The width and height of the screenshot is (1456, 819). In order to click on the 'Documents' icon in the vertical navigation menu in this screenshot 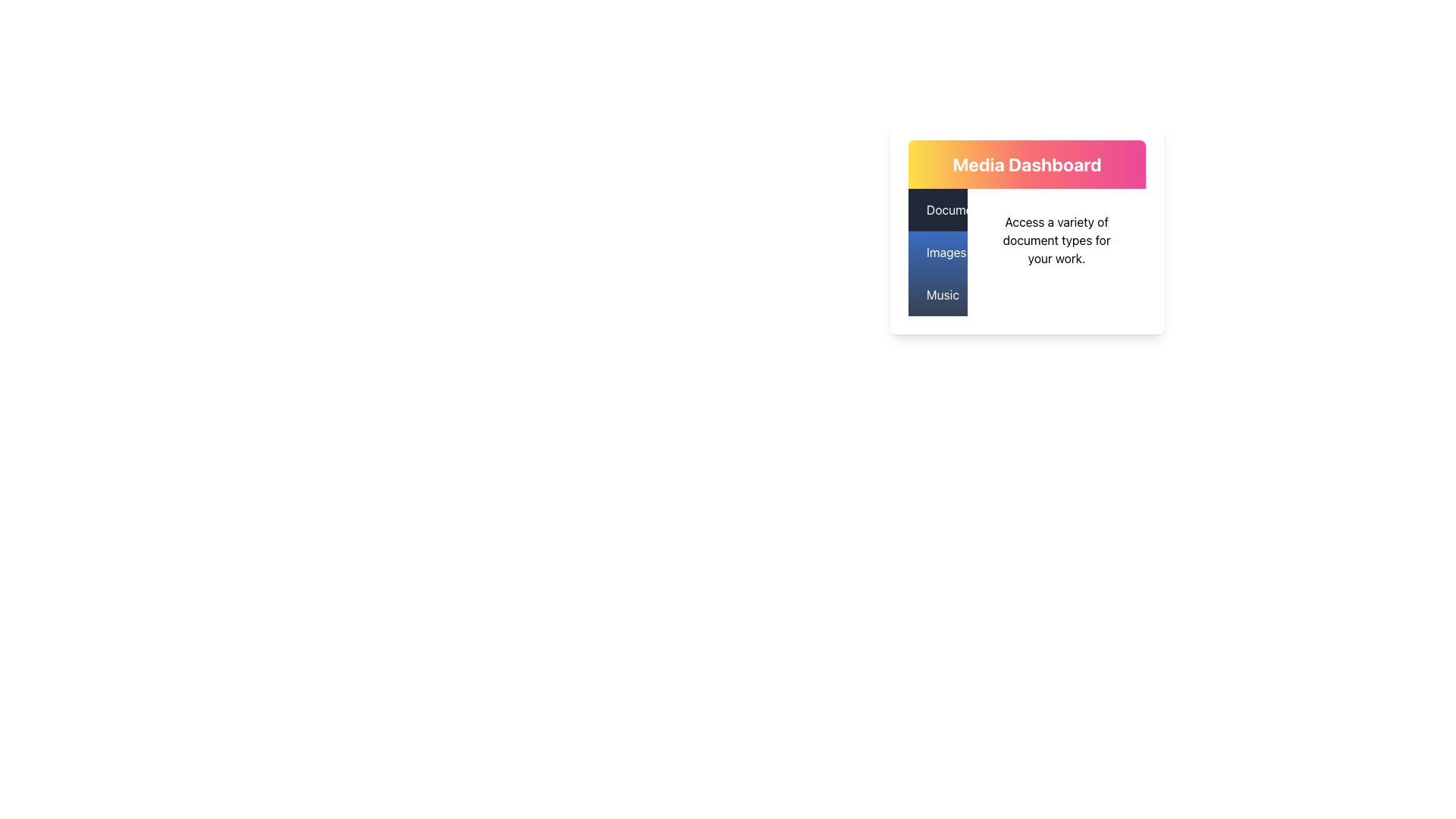, I will do `click(928, 210)`.